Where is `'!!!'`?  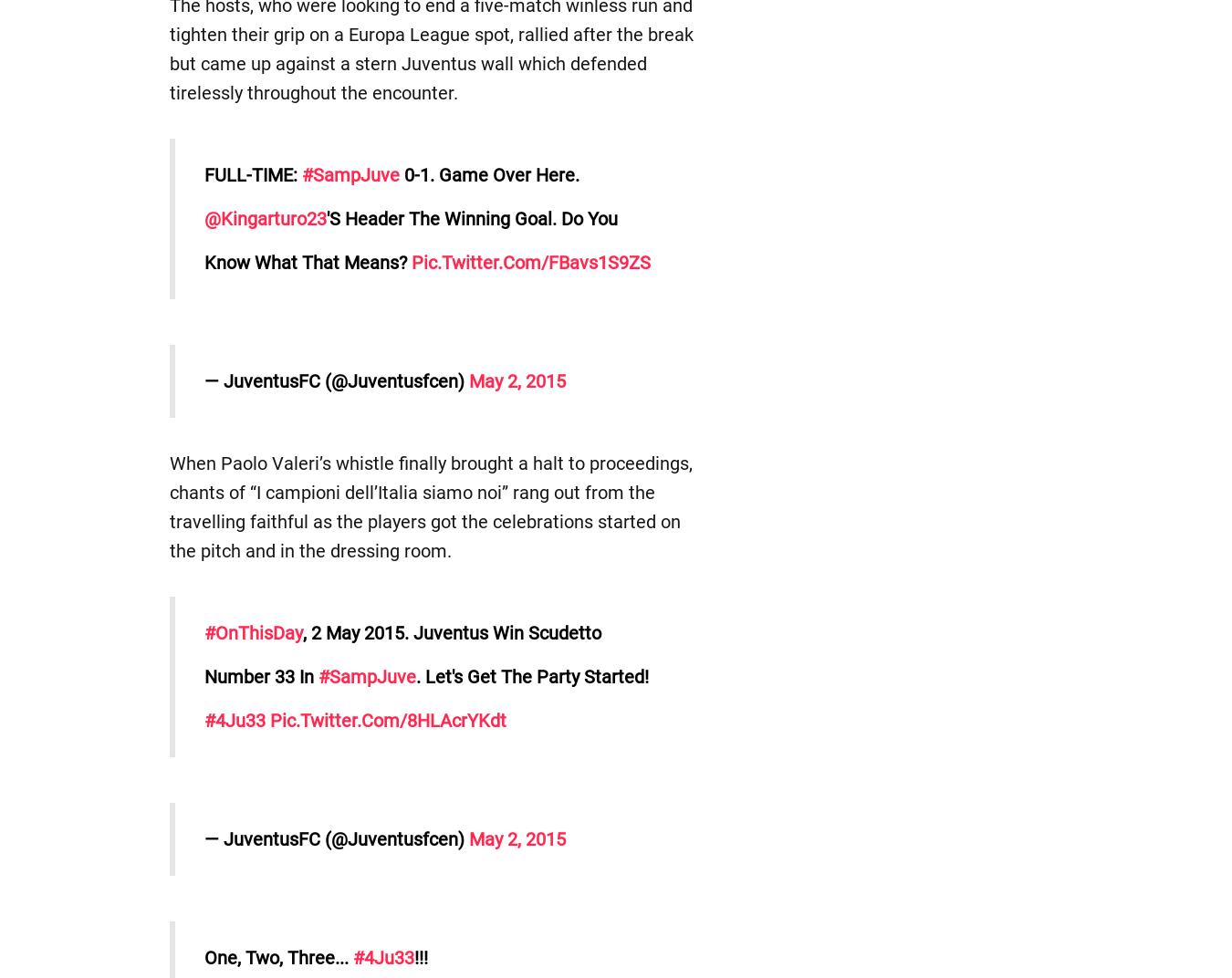
'!!!' is located at coordinates (412, 958).